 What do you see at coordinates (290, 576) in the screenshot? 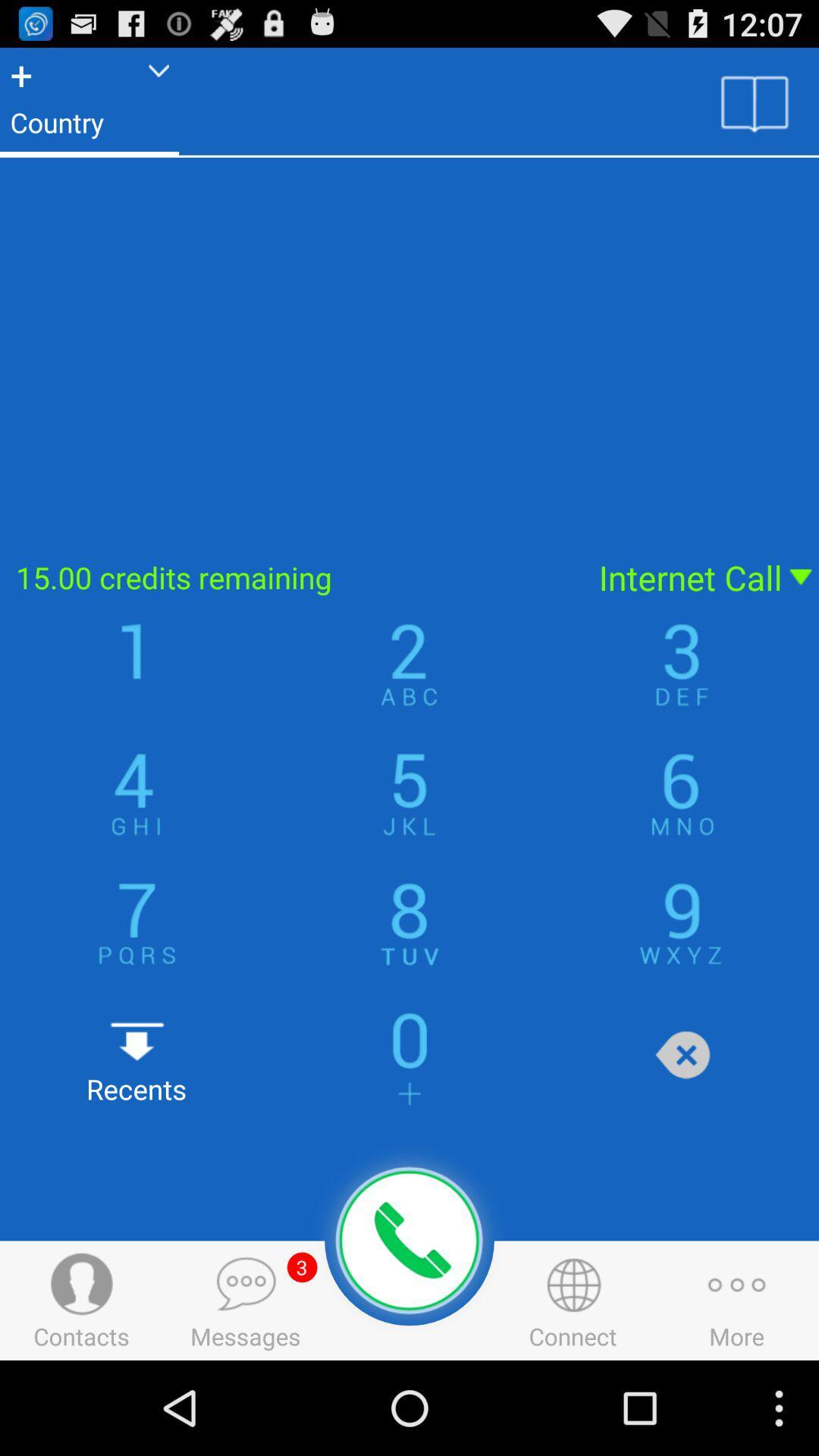
I see `the 15 00 credits` at bounding box center [290, 576].